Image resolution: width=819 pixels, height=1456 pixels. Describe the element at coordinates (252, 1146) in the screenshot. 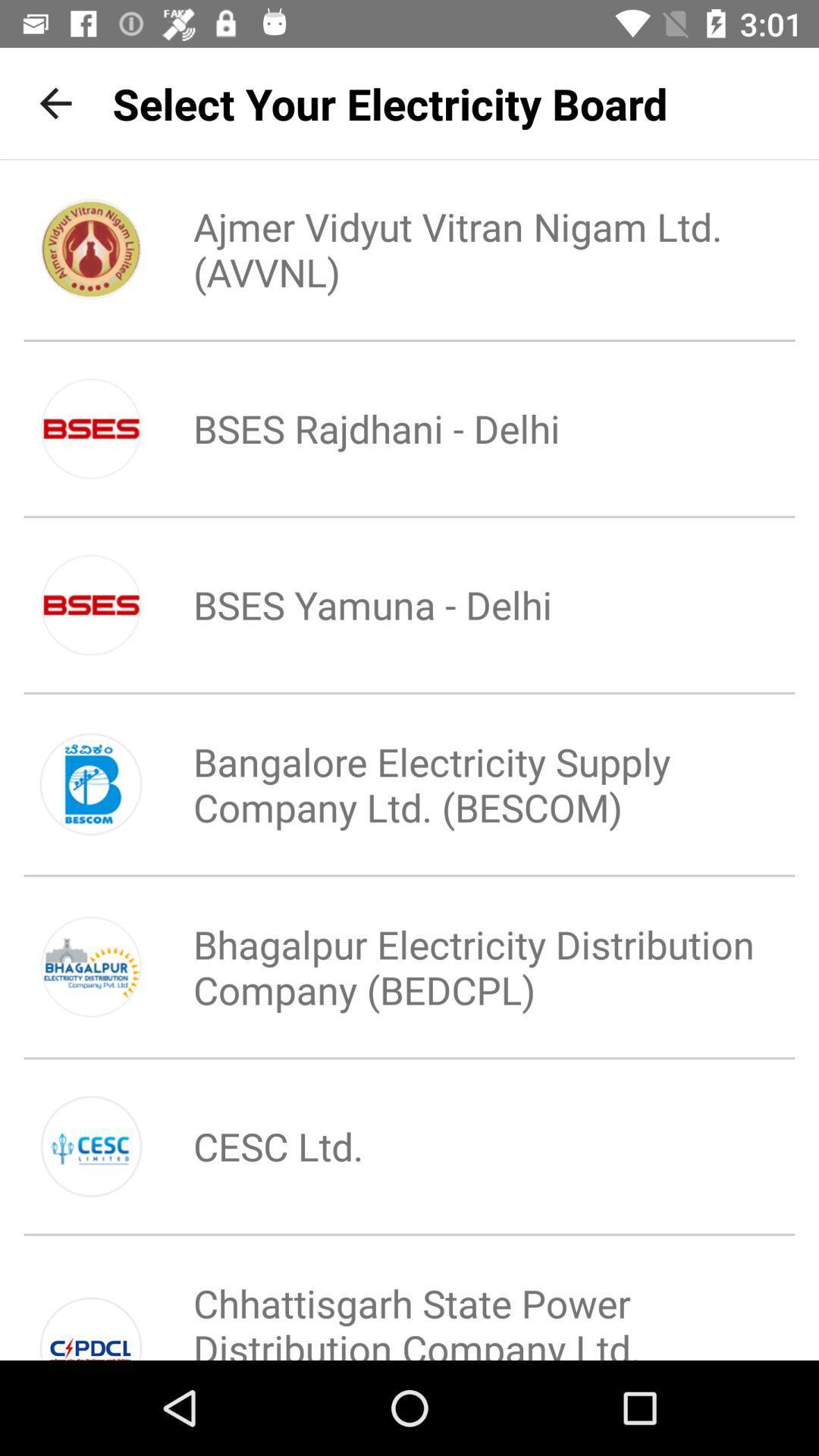

I see `the icon above chhattisgarh state power icon` at that location.